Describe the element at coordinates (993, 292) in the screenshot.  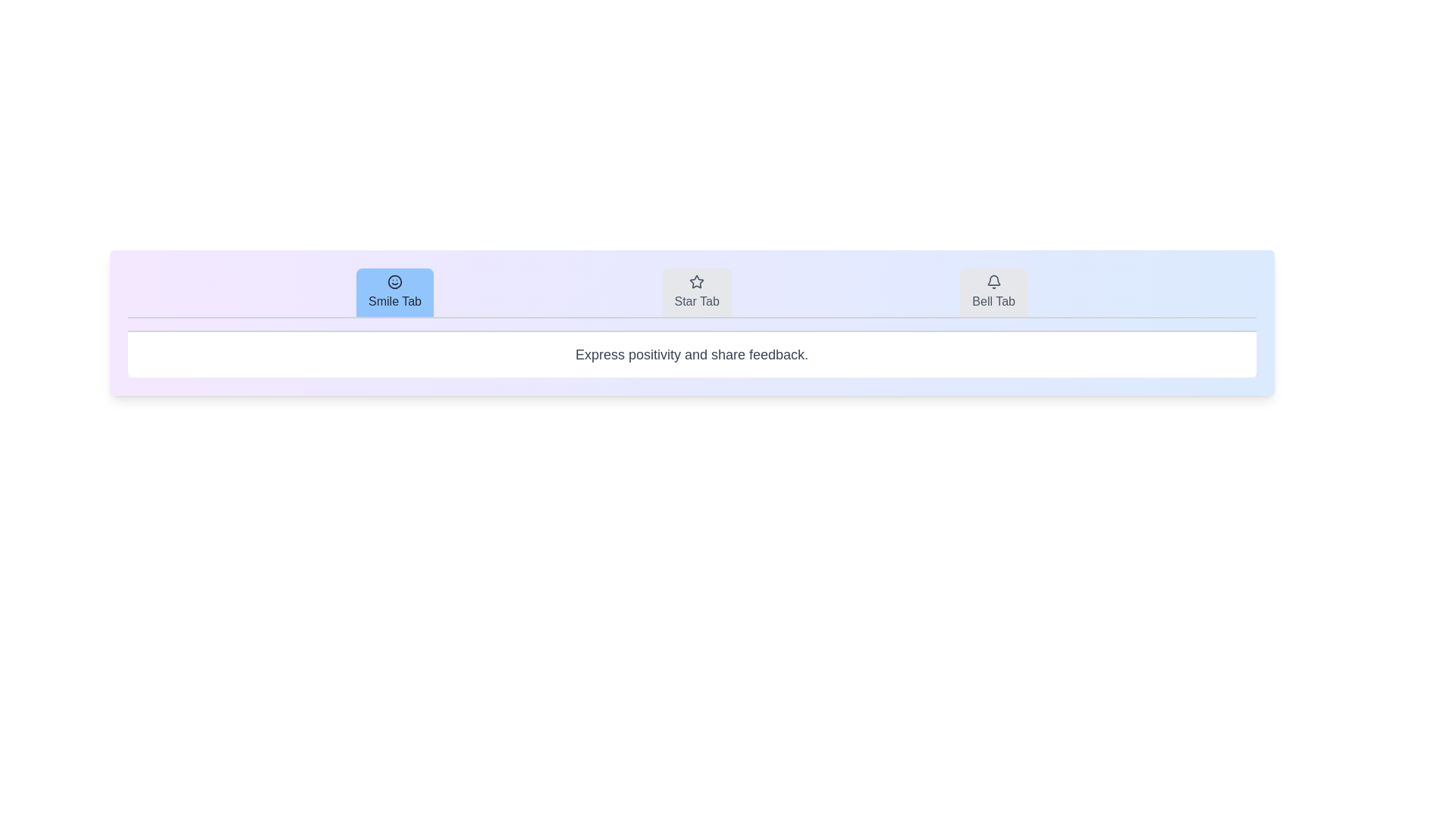
I see `the Bell Tab tab by clicking on it` at that location.